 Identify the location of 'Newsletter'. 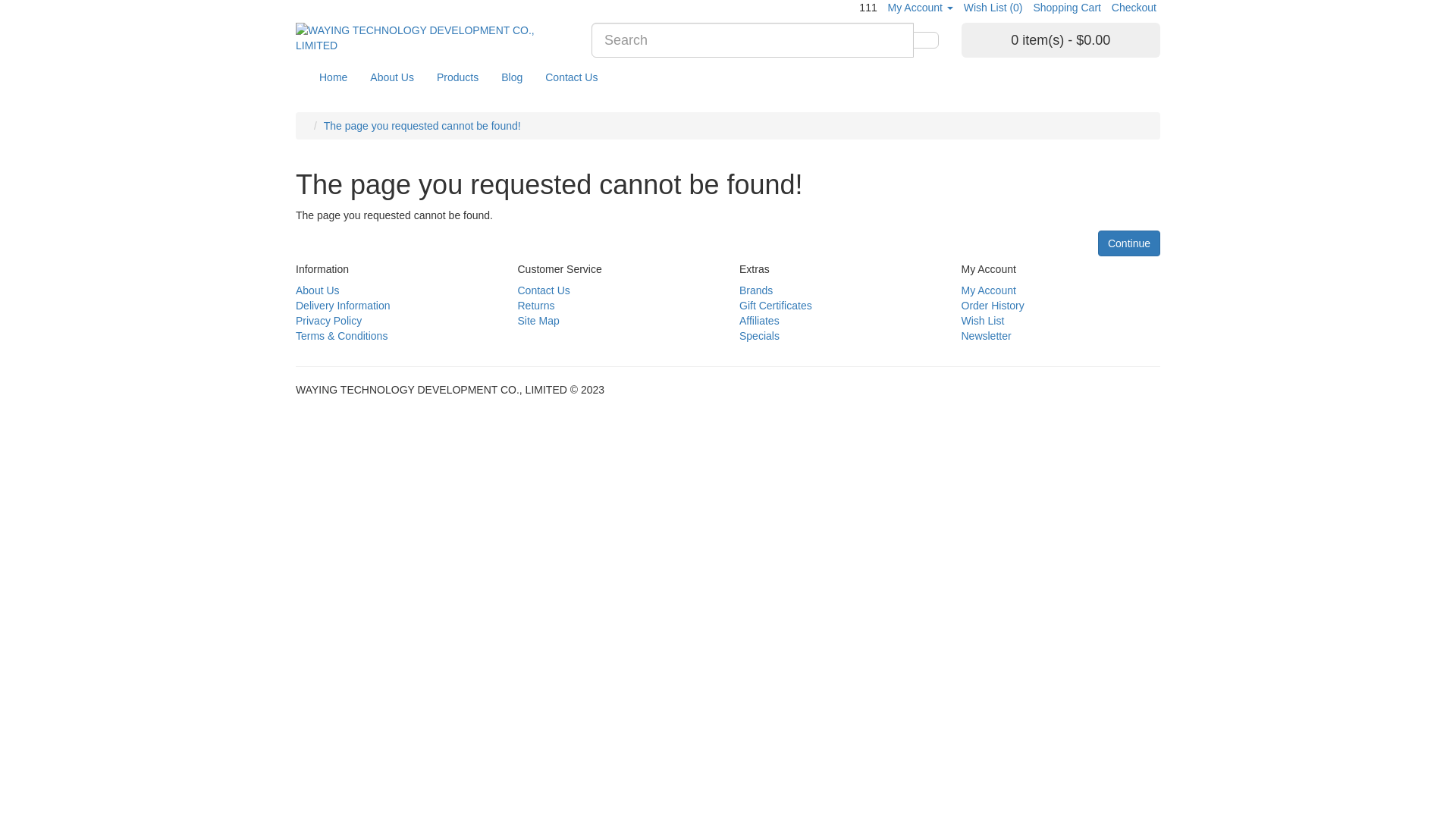
(986, 335).